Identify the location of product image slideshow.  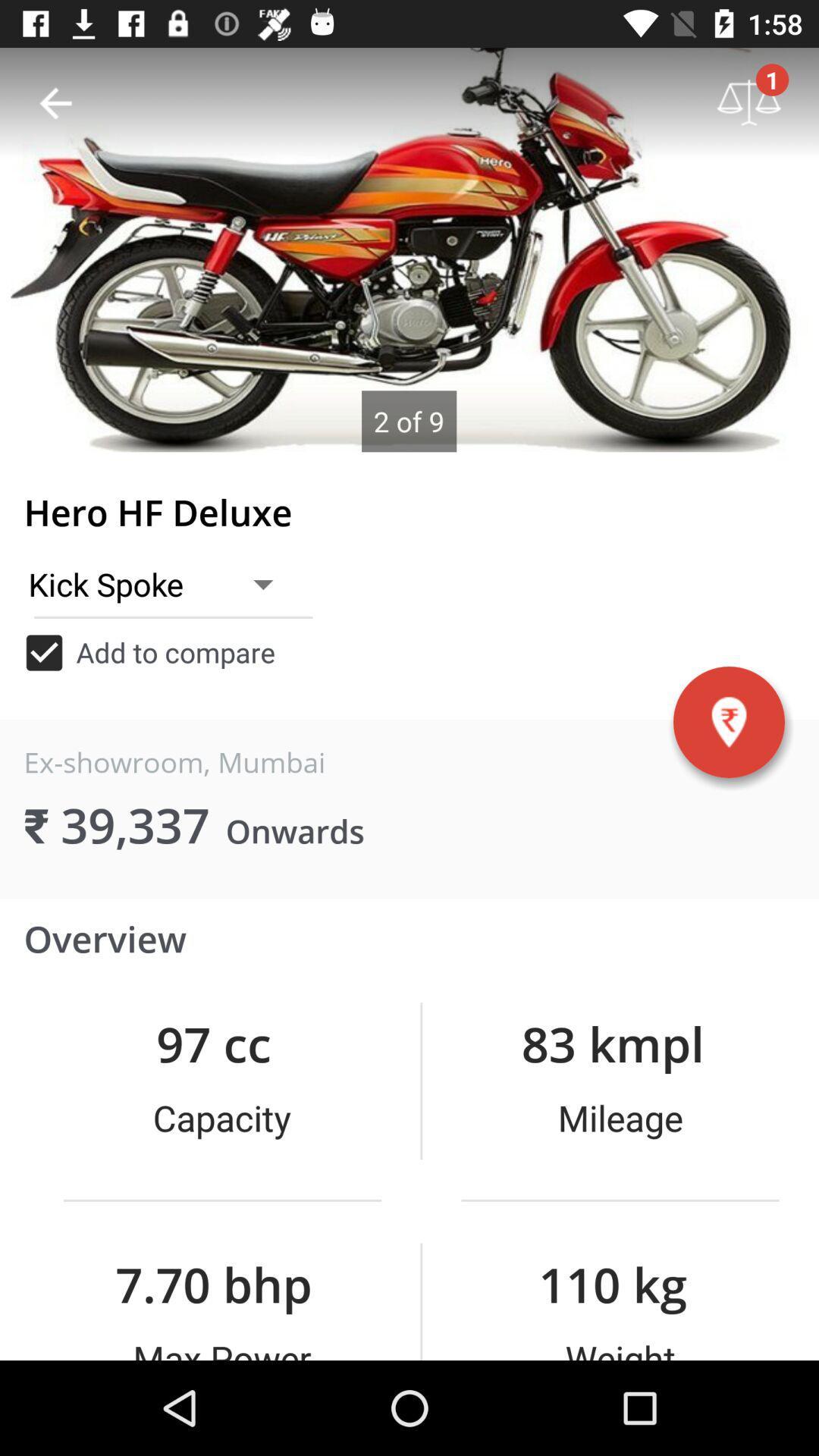
(409, 249).